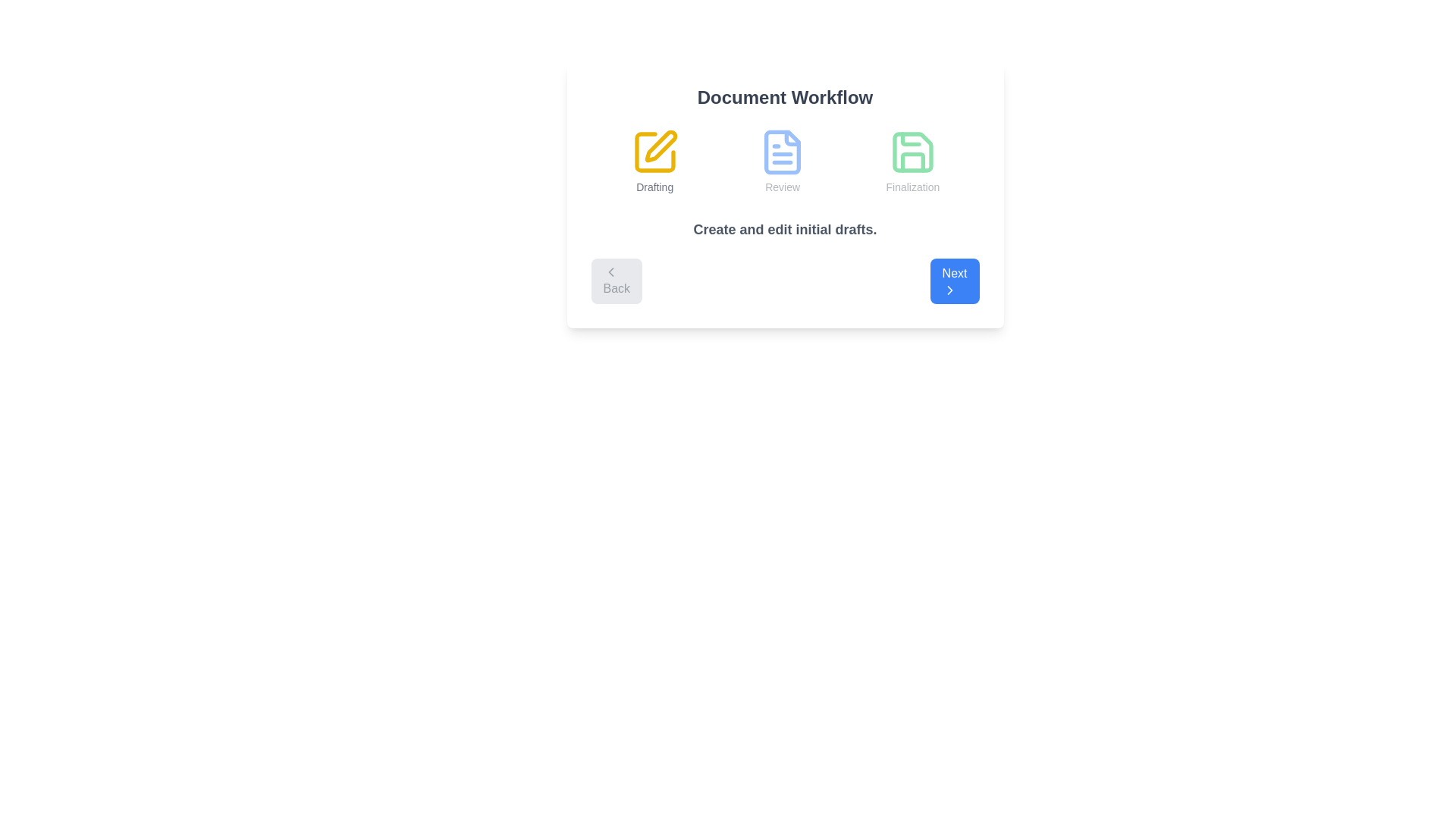 Image resolution: width=1456 pixels, height=819 pixels. Describe the element at coordinates (783, 186) in the screenshot. I see `the text label that describes the associated icon, which is located in the middle column of the interface directly under the blue file icon` at that location.